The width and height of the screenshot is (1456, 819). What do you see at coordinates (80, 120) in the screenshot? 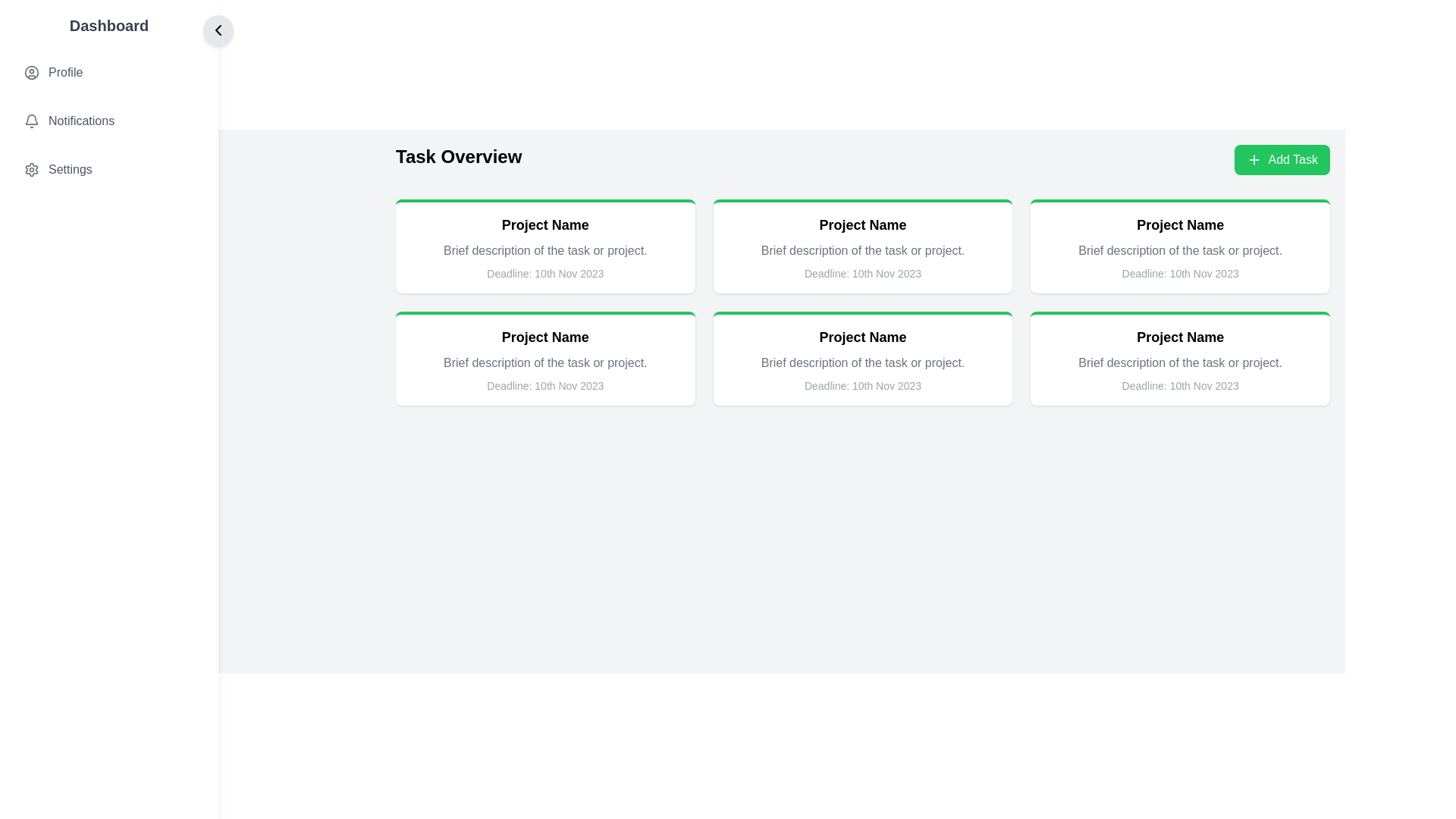
I see `the 'Notifications' text label, which is the second item in the vertical menu on the left side of the interface, located below the 'Profile' item and above the 'Settings' item` at bounding box center [80, 120].